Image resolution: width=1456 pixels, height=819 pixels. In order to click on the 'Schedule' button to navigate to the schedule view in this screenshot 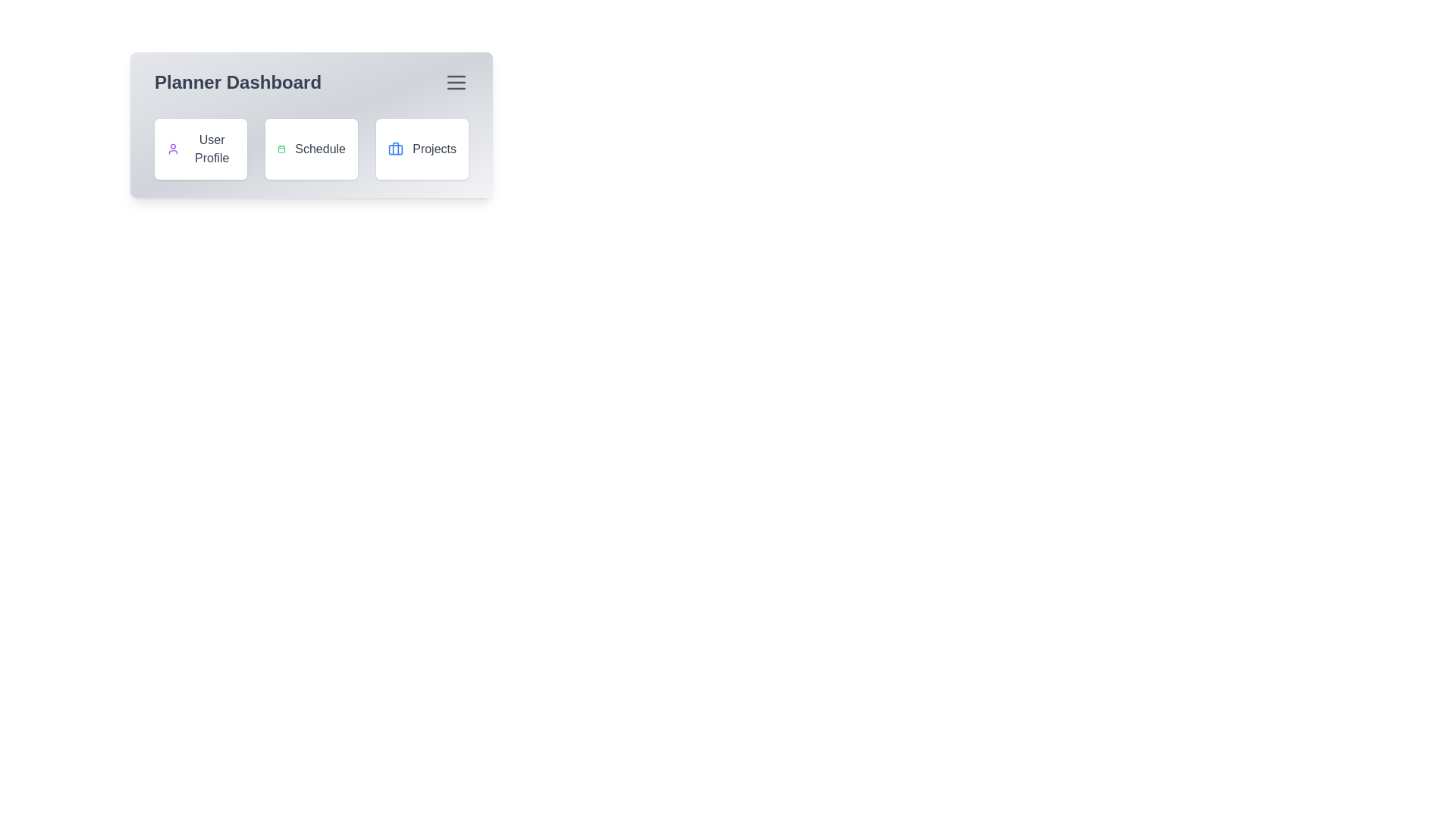, I will do `click(311, 149)`.